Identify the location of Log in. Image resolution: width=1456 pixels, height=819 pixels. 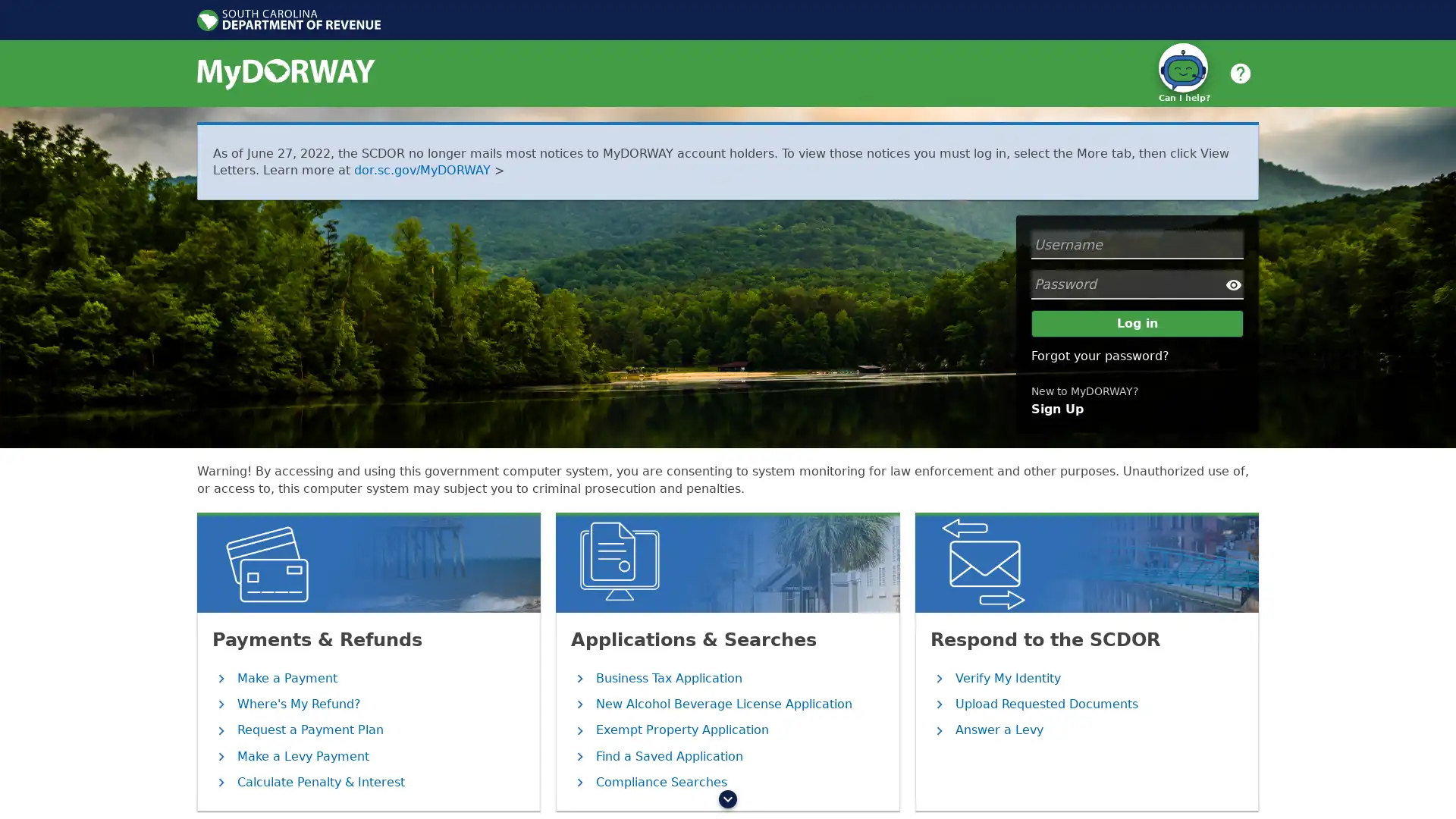
(1137, 322).